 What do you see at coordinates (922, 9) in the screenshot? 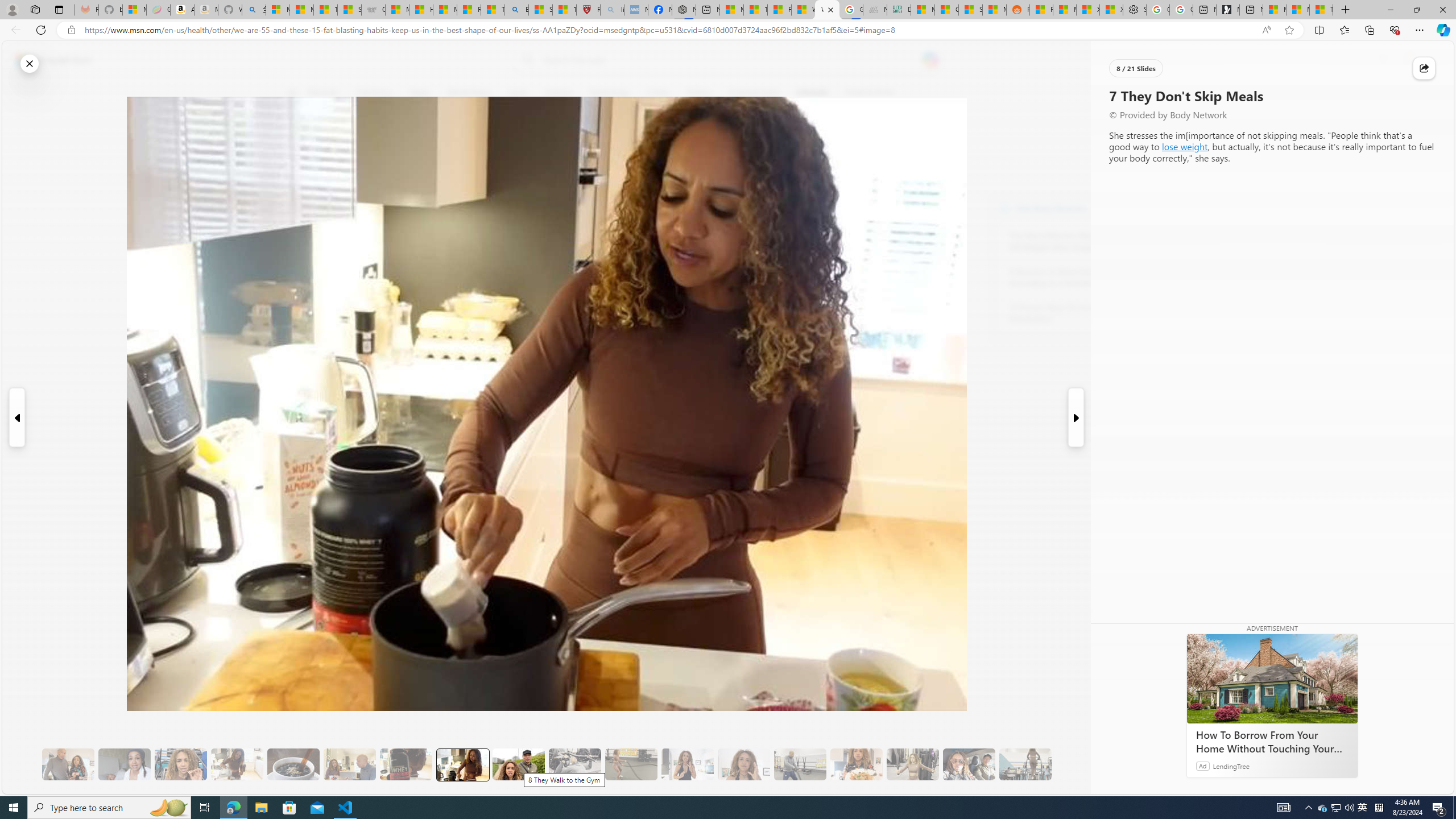
I see `'MSNBC - MSN'` at bounding box center [922, 9].